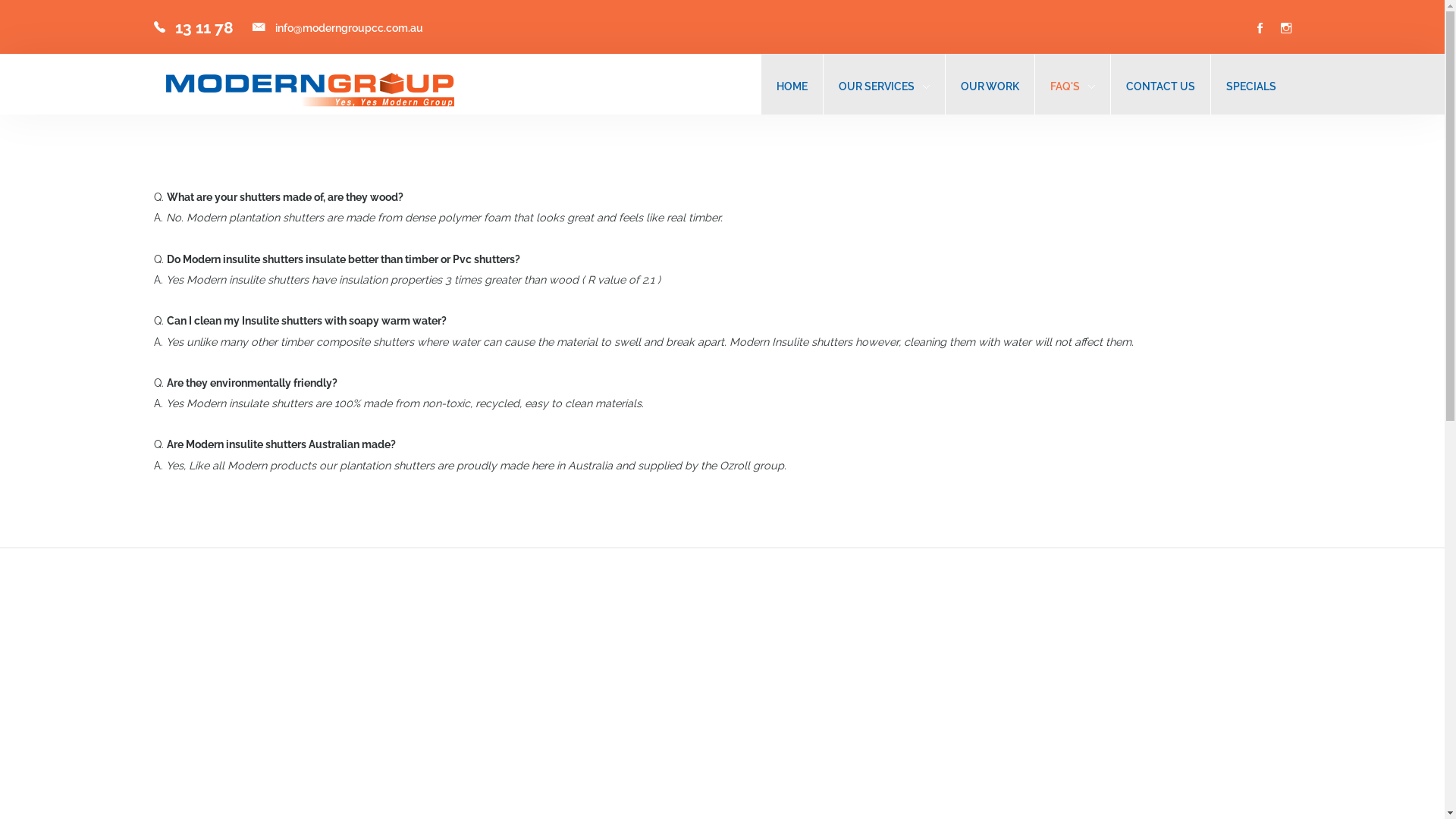 The height and width of the screenshot is (819, 1456). Describe the element at coordinates (989, 86) in the screenshot. I see `'OUR WORK'` at that location.